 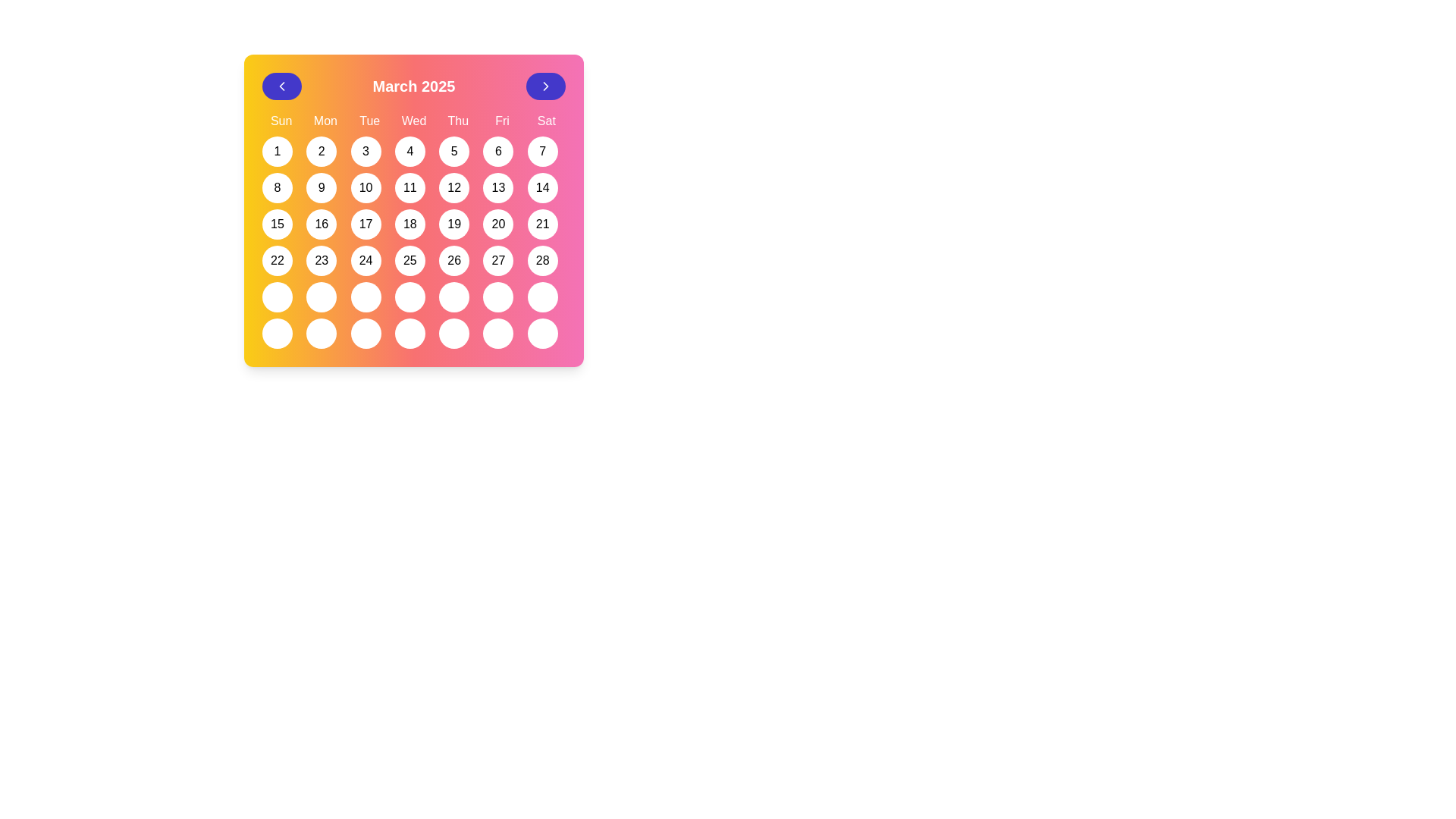 I want to click on the circular button representing the date '18' in the calendar grid under the 'Wed' column in the third week row, so click(x=414, y=231).